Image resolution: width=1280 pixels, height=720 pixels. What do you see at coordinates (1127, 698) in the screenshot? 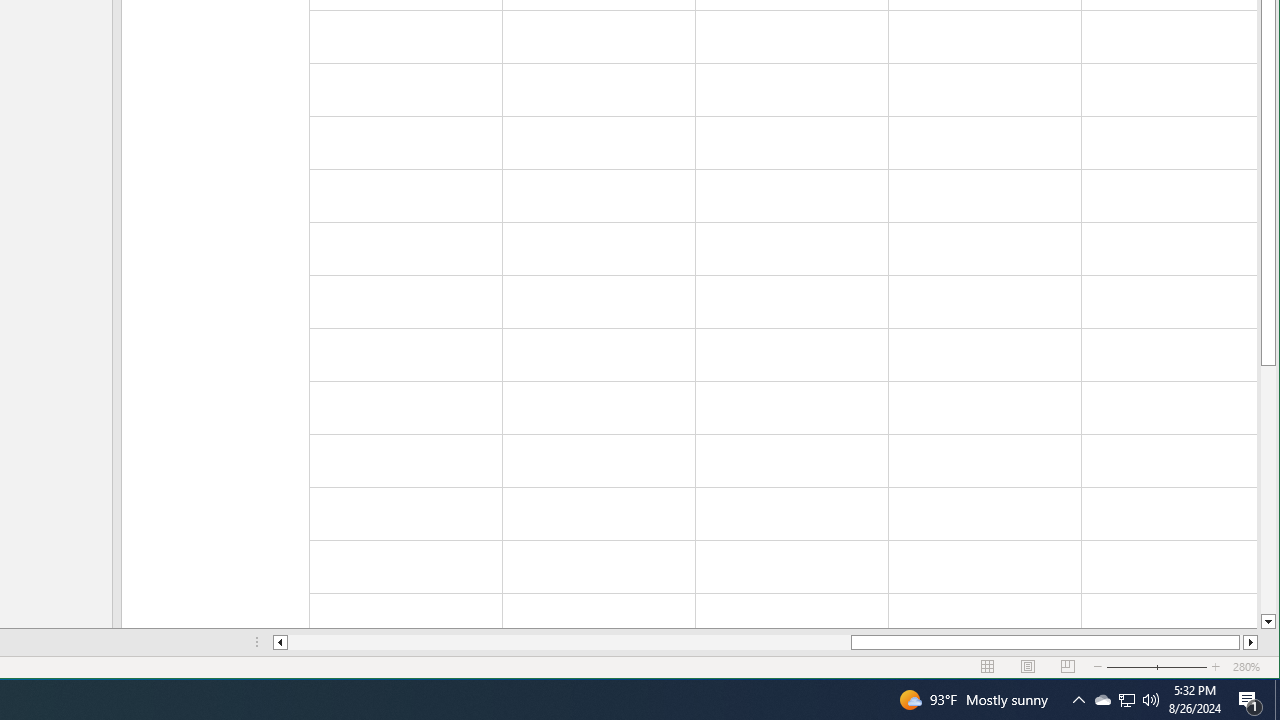
I see `'User Promoted Notification Area'` at bounding box center [1127, 698].